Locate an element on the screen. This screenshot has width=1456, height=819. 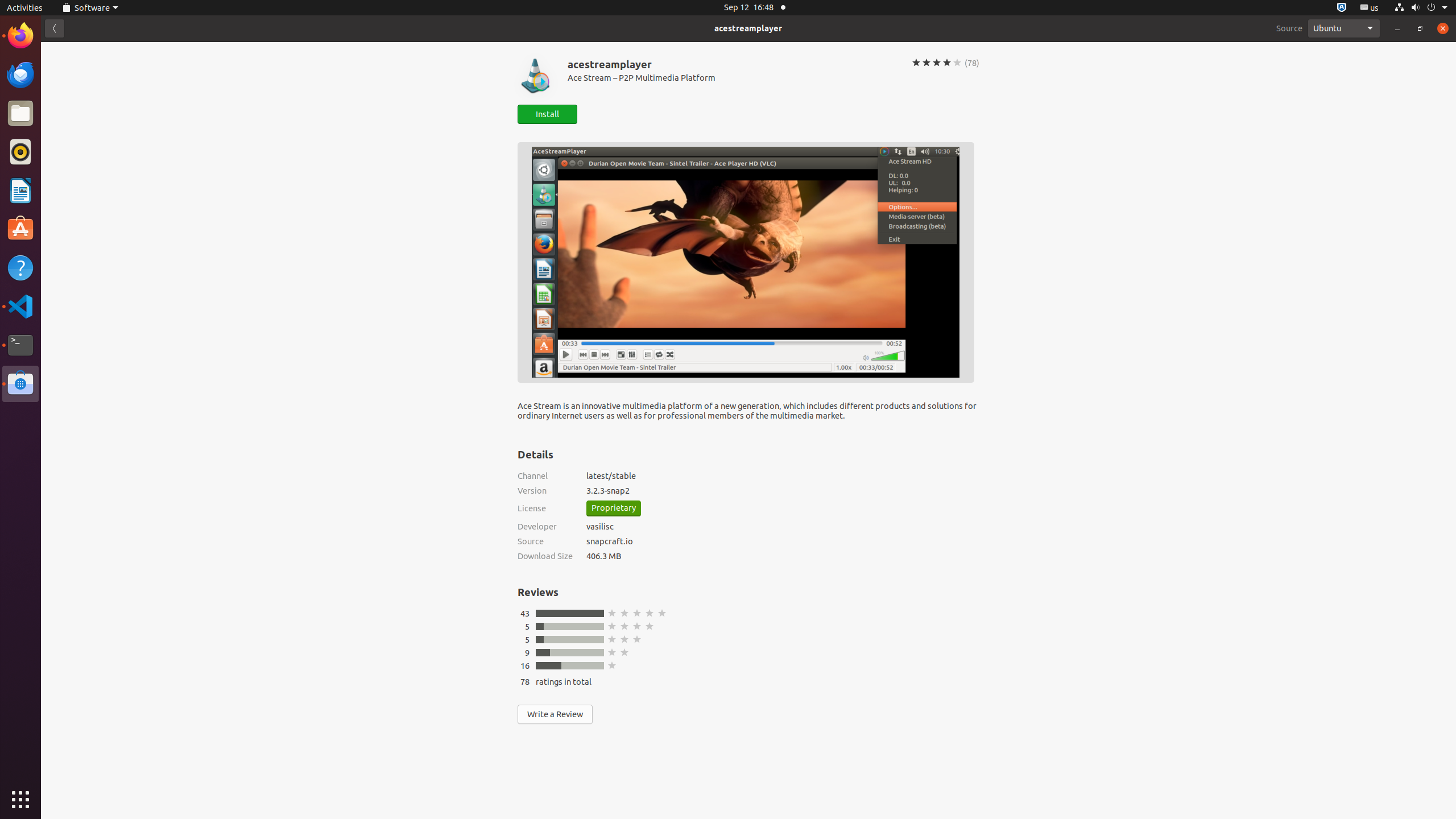
'Channel' is located at coordinates (544, 475).